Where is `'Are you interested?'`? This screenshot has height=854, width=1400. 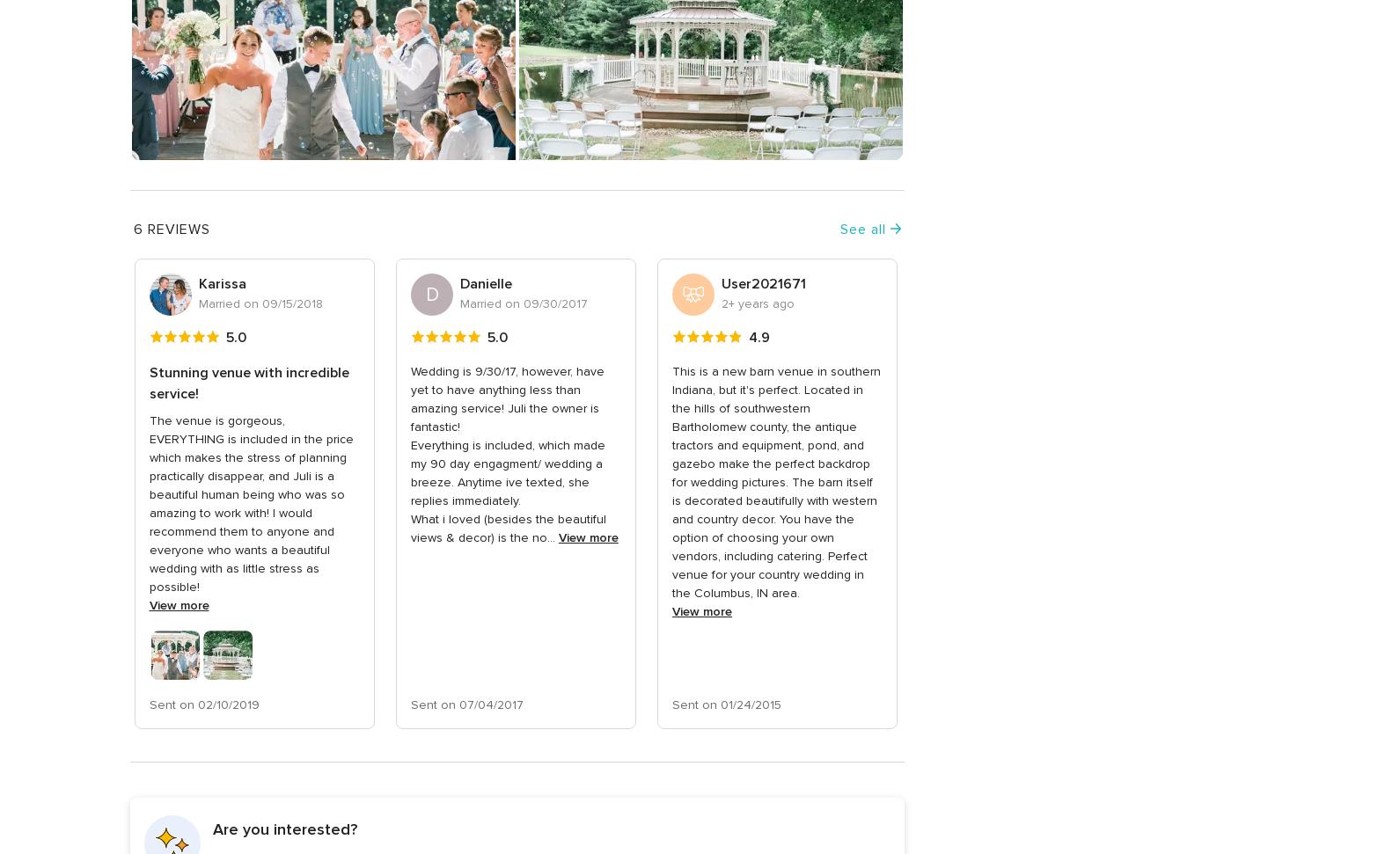 'Are you interested?' is located at coordinates (211, 827).